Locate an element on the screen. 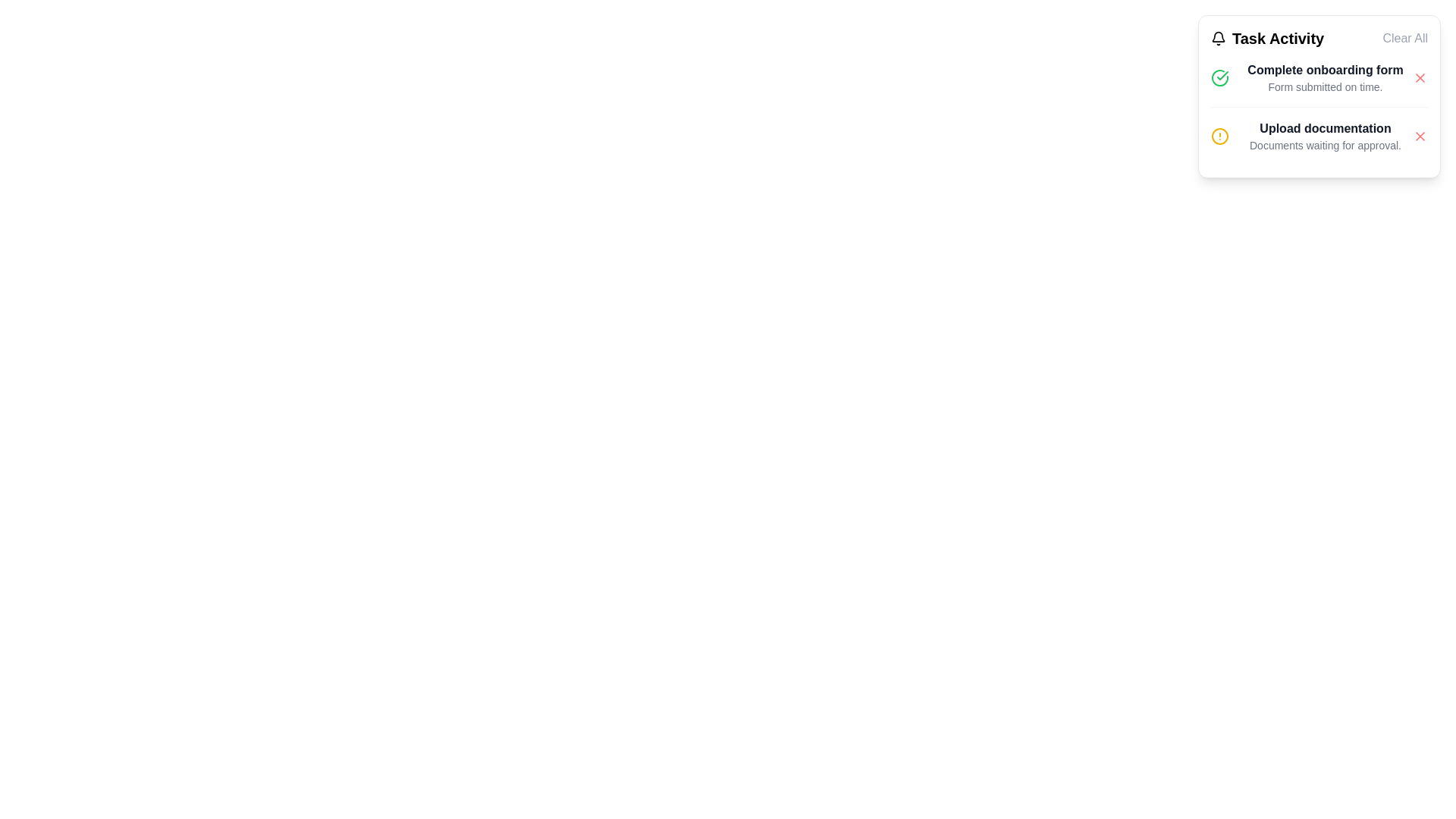 This screenshot has height=819, width=1456. the delete button located at the far right of the row labeled 'Complete onboarding form' to observe a color change effect is located at coordinates (1419, 78).